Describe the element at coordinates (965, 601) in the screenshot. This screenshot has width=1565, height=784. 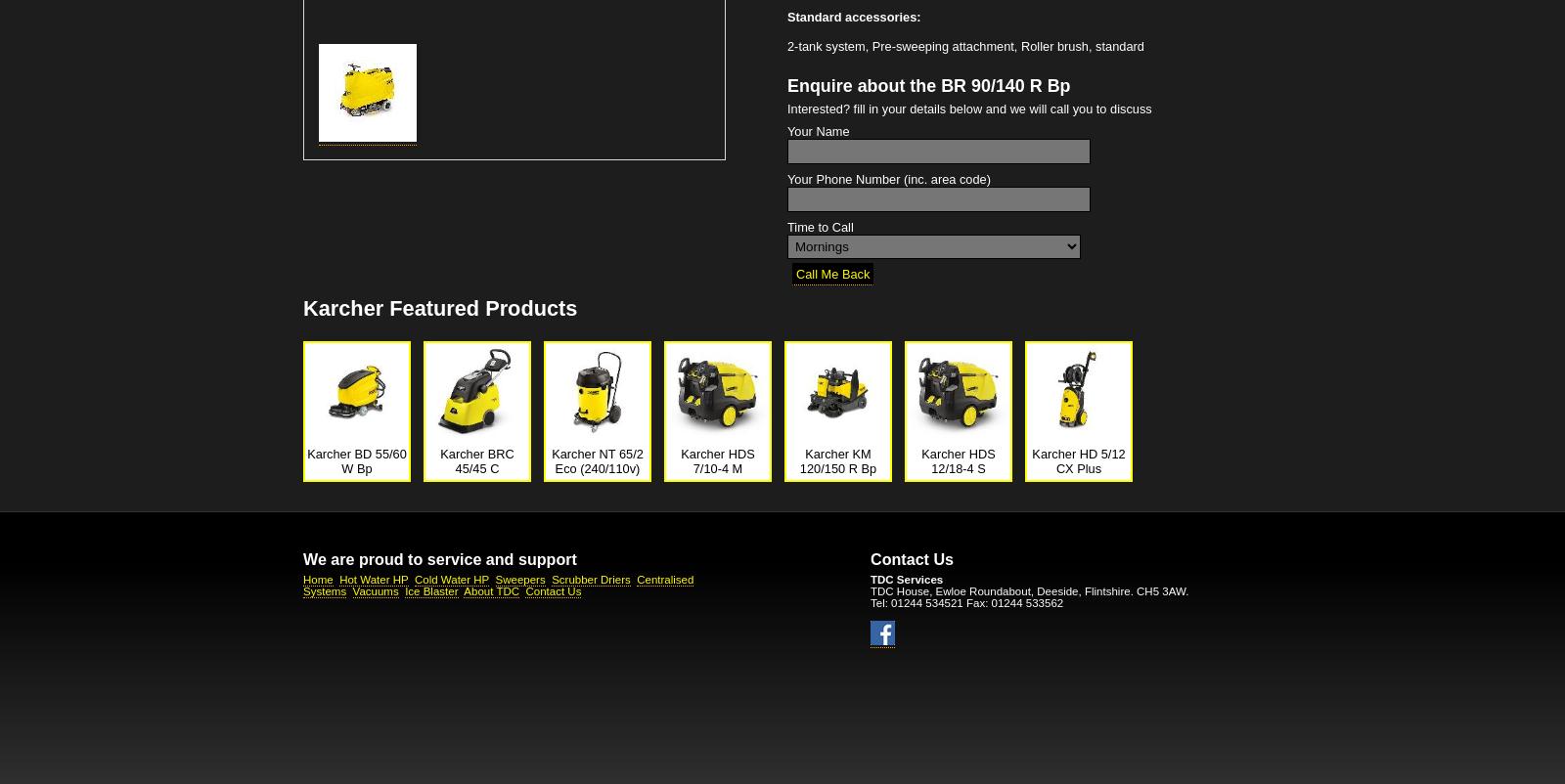
I see `'Tel: 01244 534521 Fax: 01244 533562'` at that location.